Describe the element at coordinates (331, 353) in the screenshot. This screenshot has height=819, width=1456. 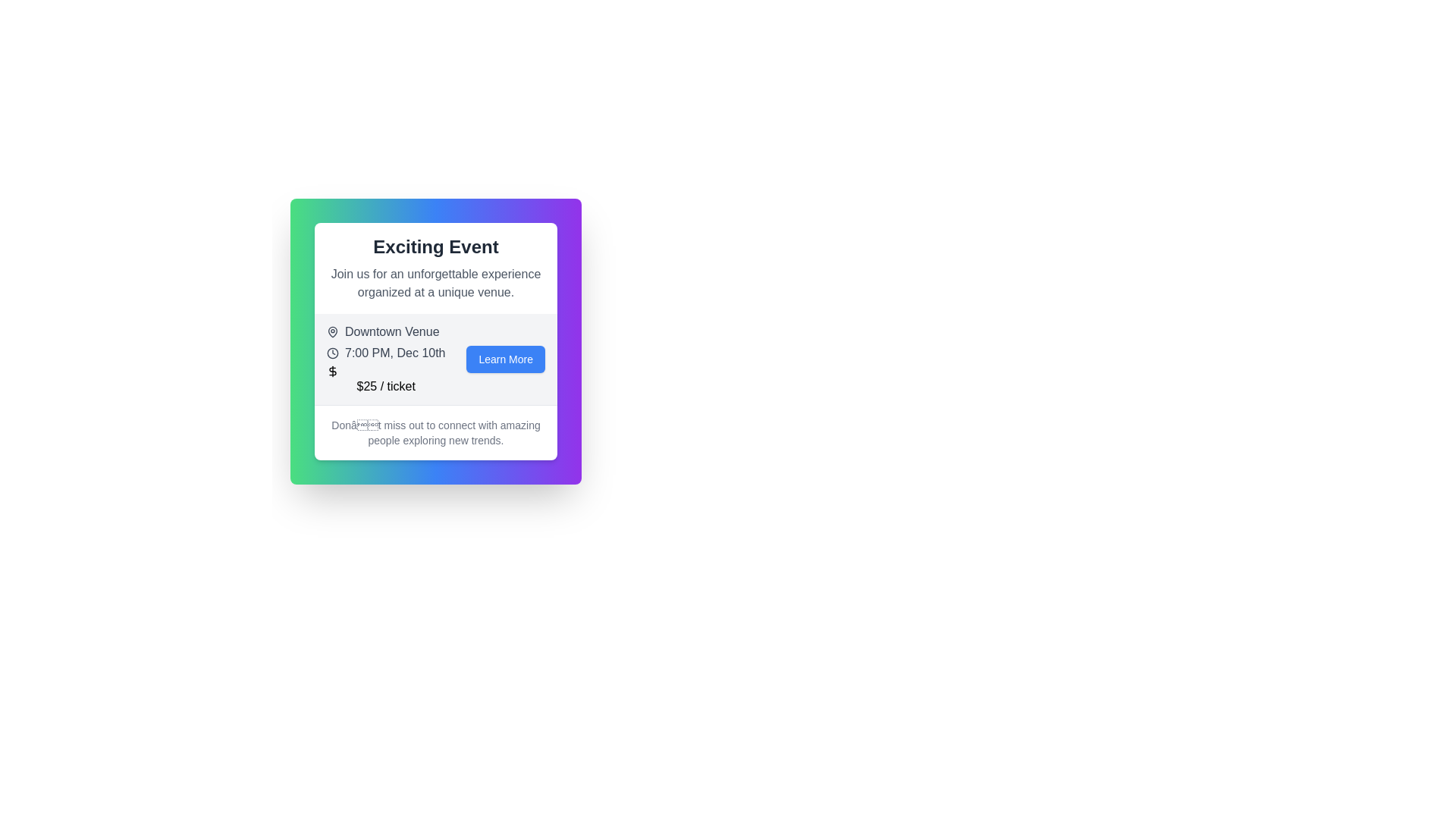
I see `the circular clock icon representing 'time' adjacent to the text description in the event details section titled '7:00 PM, Dec 10th'` at that location.